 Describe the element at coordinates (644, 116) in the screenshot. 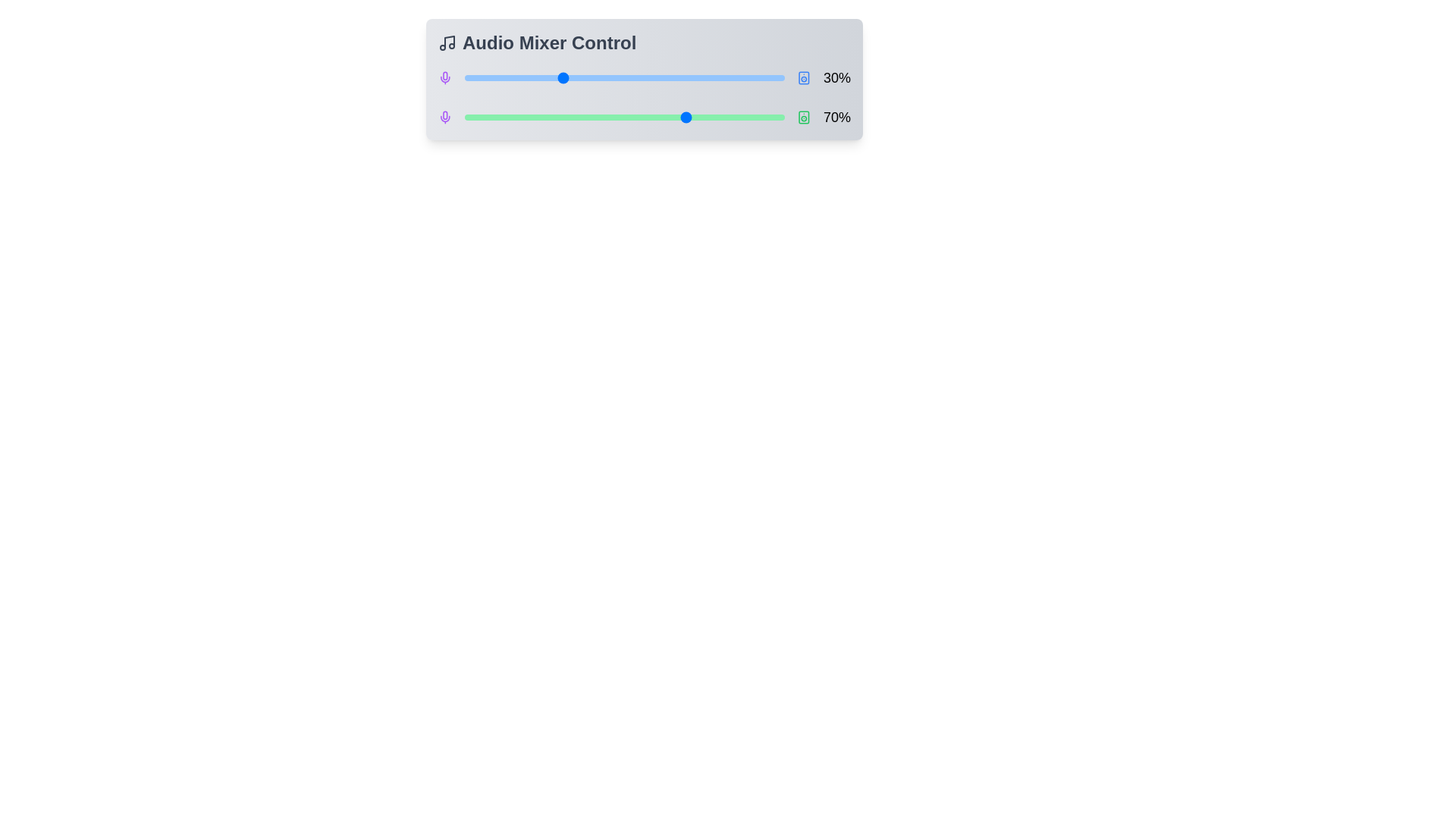

I see `the slider track of the horizontal audio mixer slider located below the '30%' slider to set a new value` at that location.